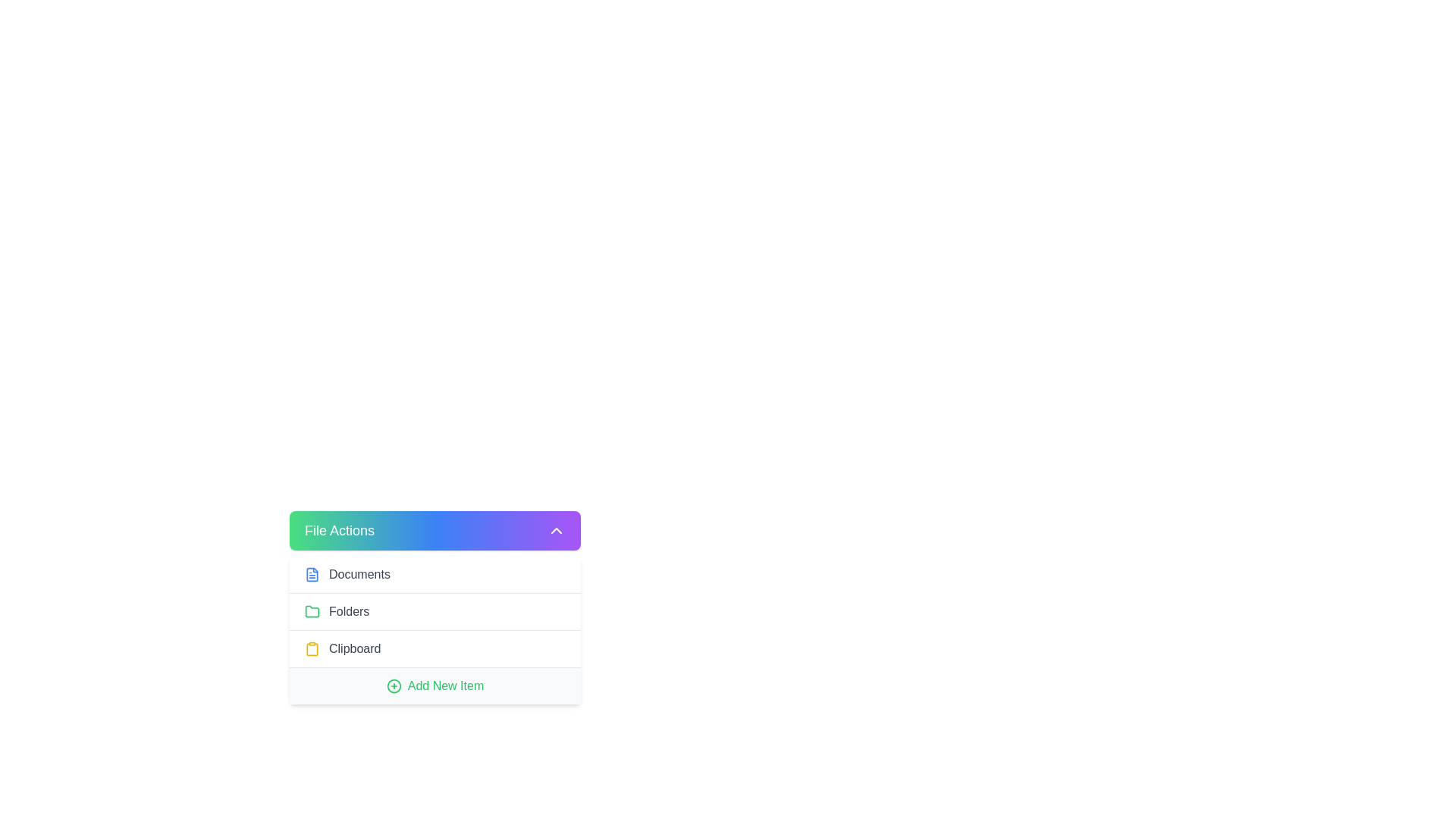 The image size is (1456, 819). What do you see at coordinates (312, 610) in the screenshot?
I see `the folder icon, which is the second item in the 'Folders' section under 'File Actions'` at bounding box center [312, 610].